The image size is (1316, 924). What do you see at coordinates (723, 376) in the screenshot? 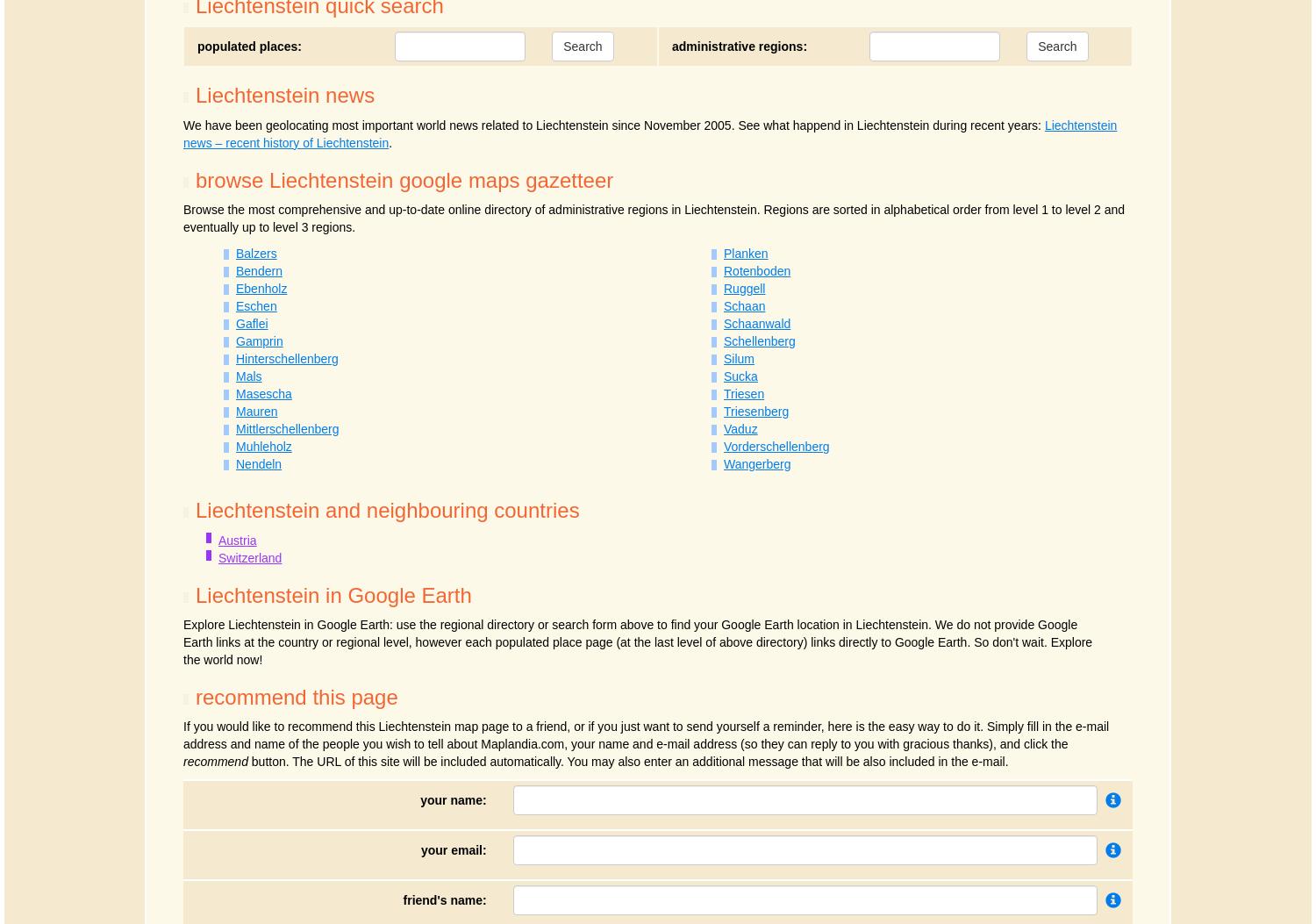
I see `'Sucka'` at bounding box center [723, 376].